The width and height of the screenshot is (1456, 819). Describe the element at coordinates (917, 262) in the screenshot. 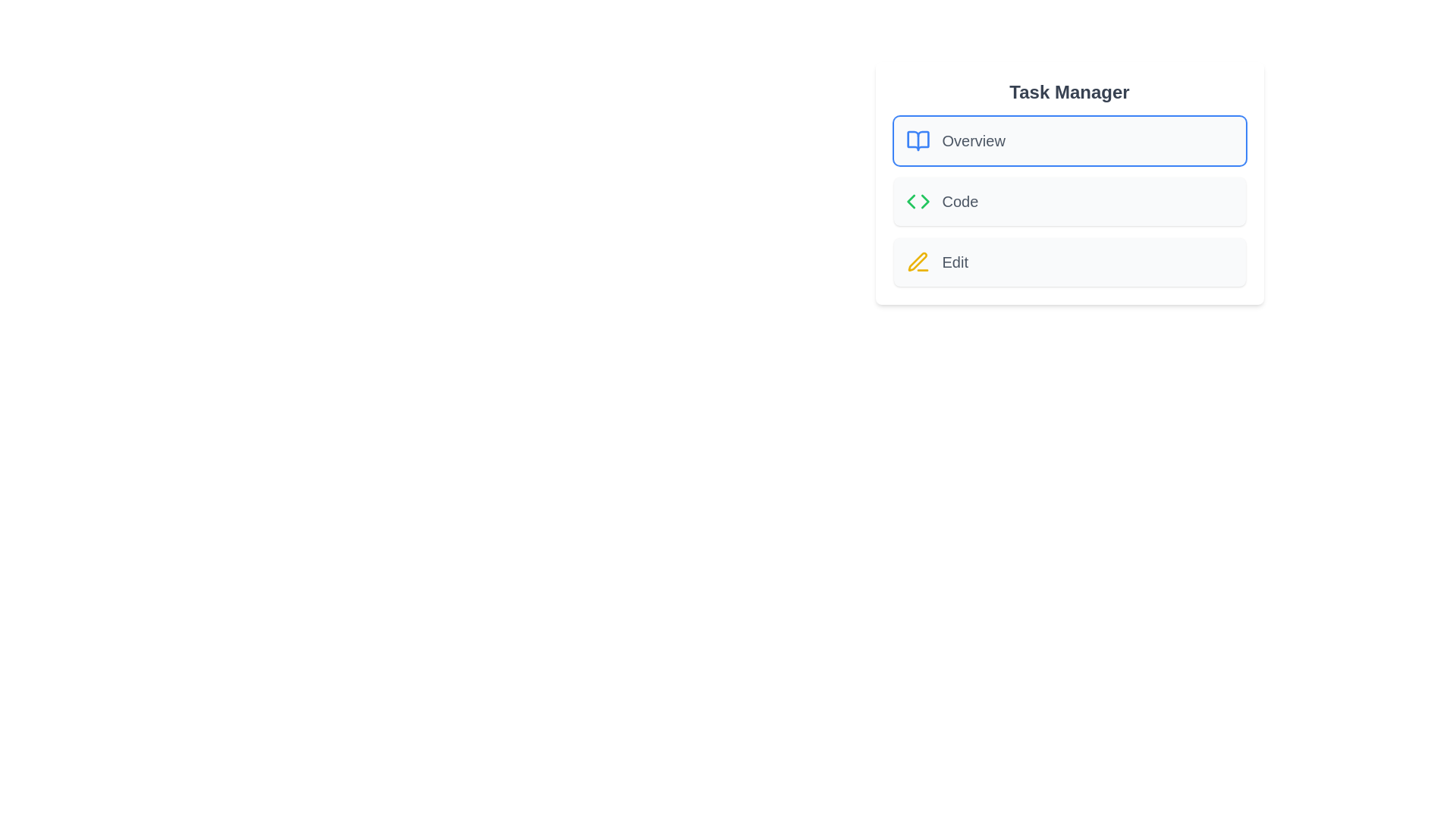

I see `the leading 'Edit' icon within the 'Edit' card, which is the third card under the 'Task Manager' heading` at that location.